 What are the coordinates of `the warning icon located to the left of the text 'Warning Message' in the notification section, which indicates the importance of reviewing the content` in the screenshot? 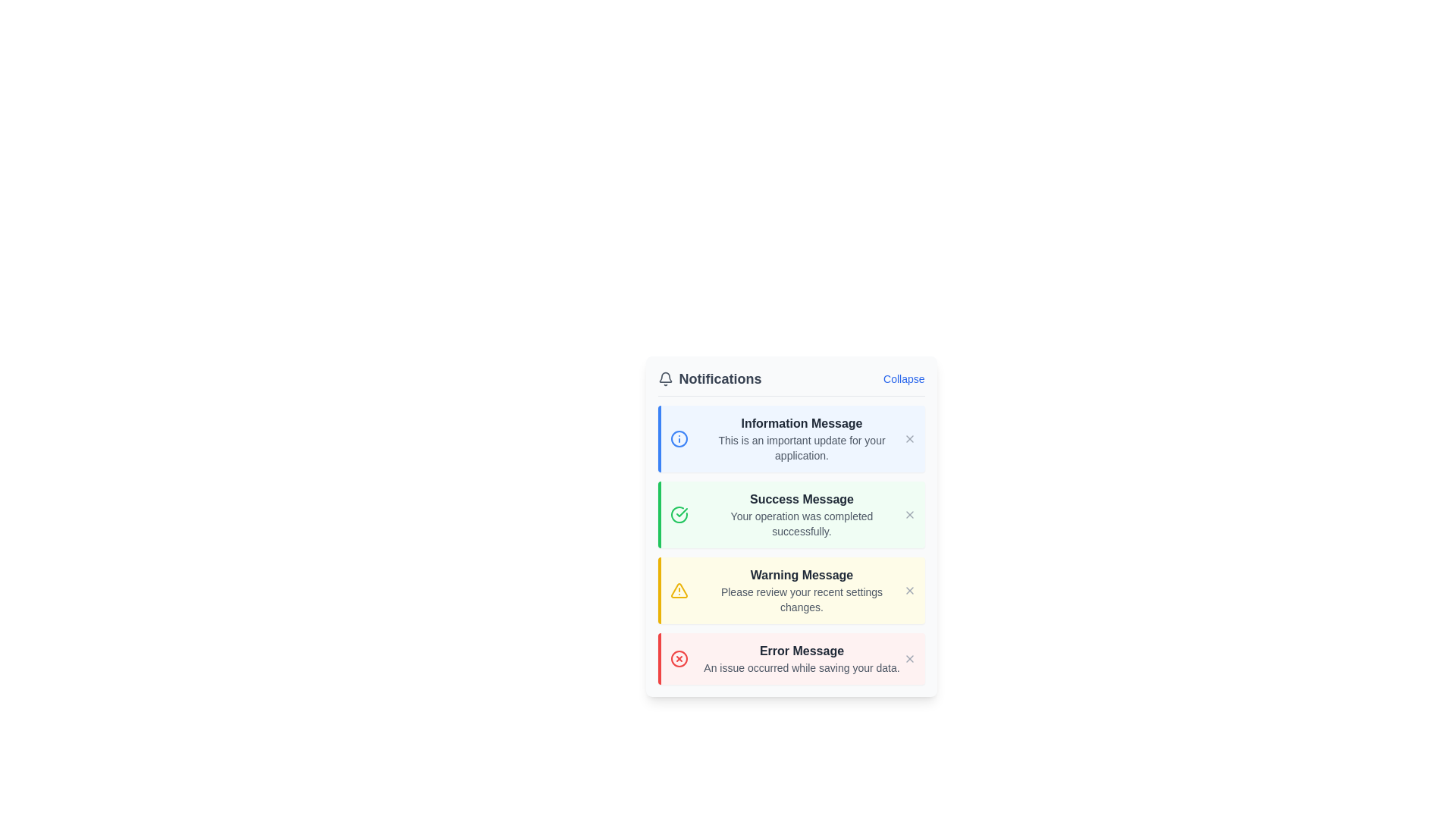 It's located at (678, 590).